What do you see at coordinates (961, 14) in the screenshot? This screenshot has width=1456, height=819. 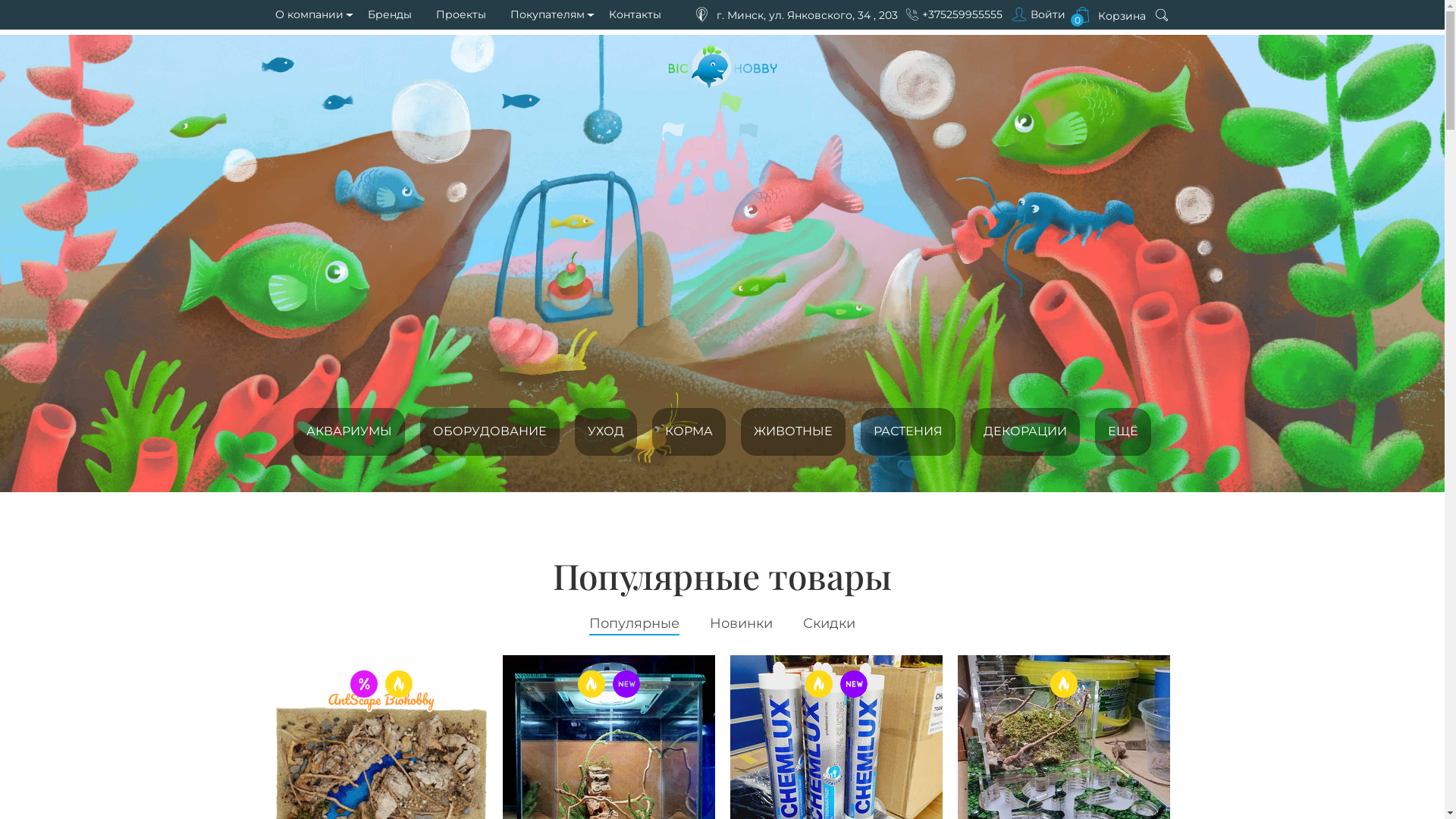 I see `'+375259955555'` at bounding box center [961, 14].